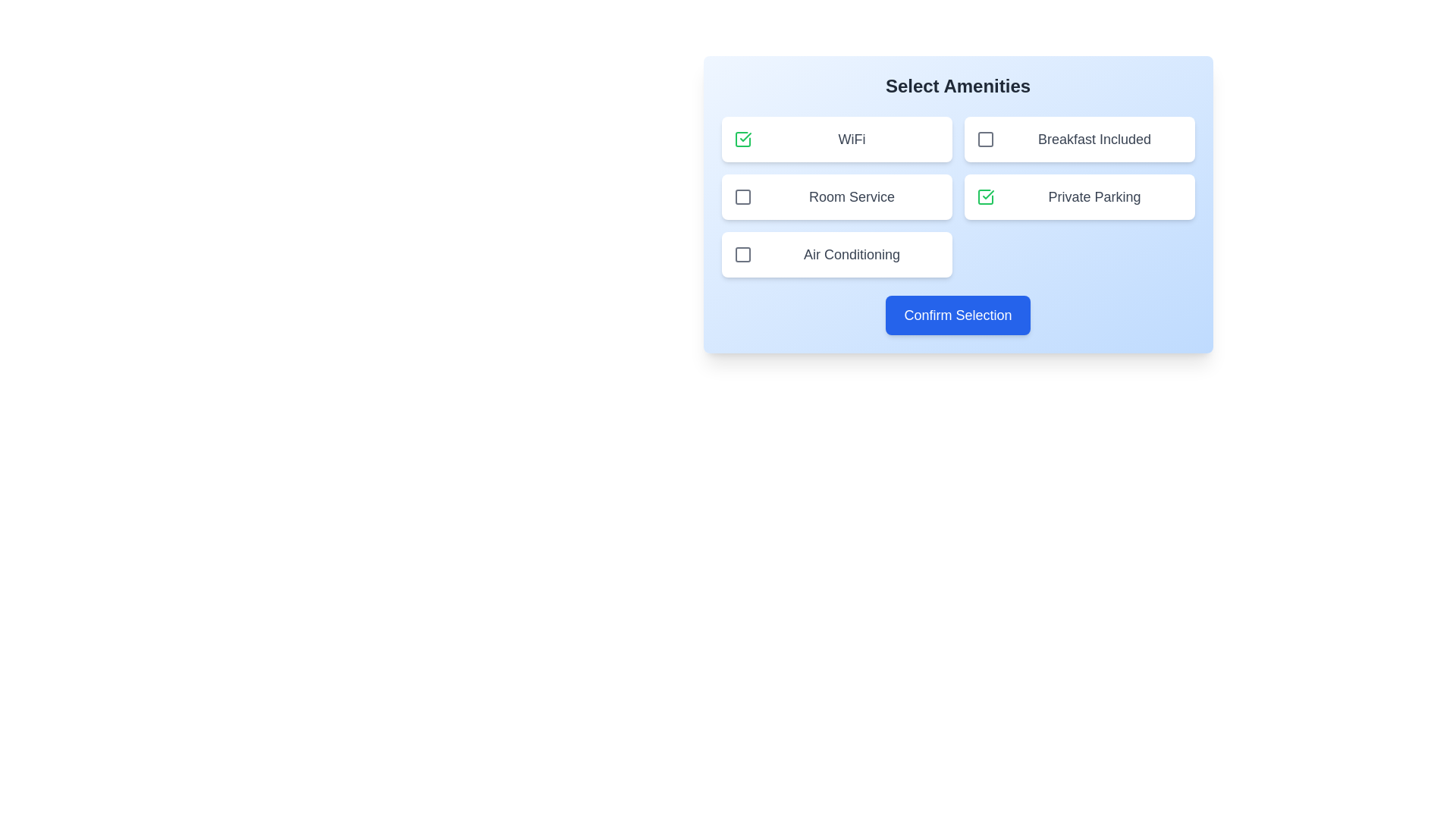 This screenshot has height=819, width=1456. What do you see at coordinates (1078, 196) in the screenshot?
I see `the 'Private Parking' selectable option card in the second row and second column of the 'Select Amenities' grid` at bounding box center [1078, 196].